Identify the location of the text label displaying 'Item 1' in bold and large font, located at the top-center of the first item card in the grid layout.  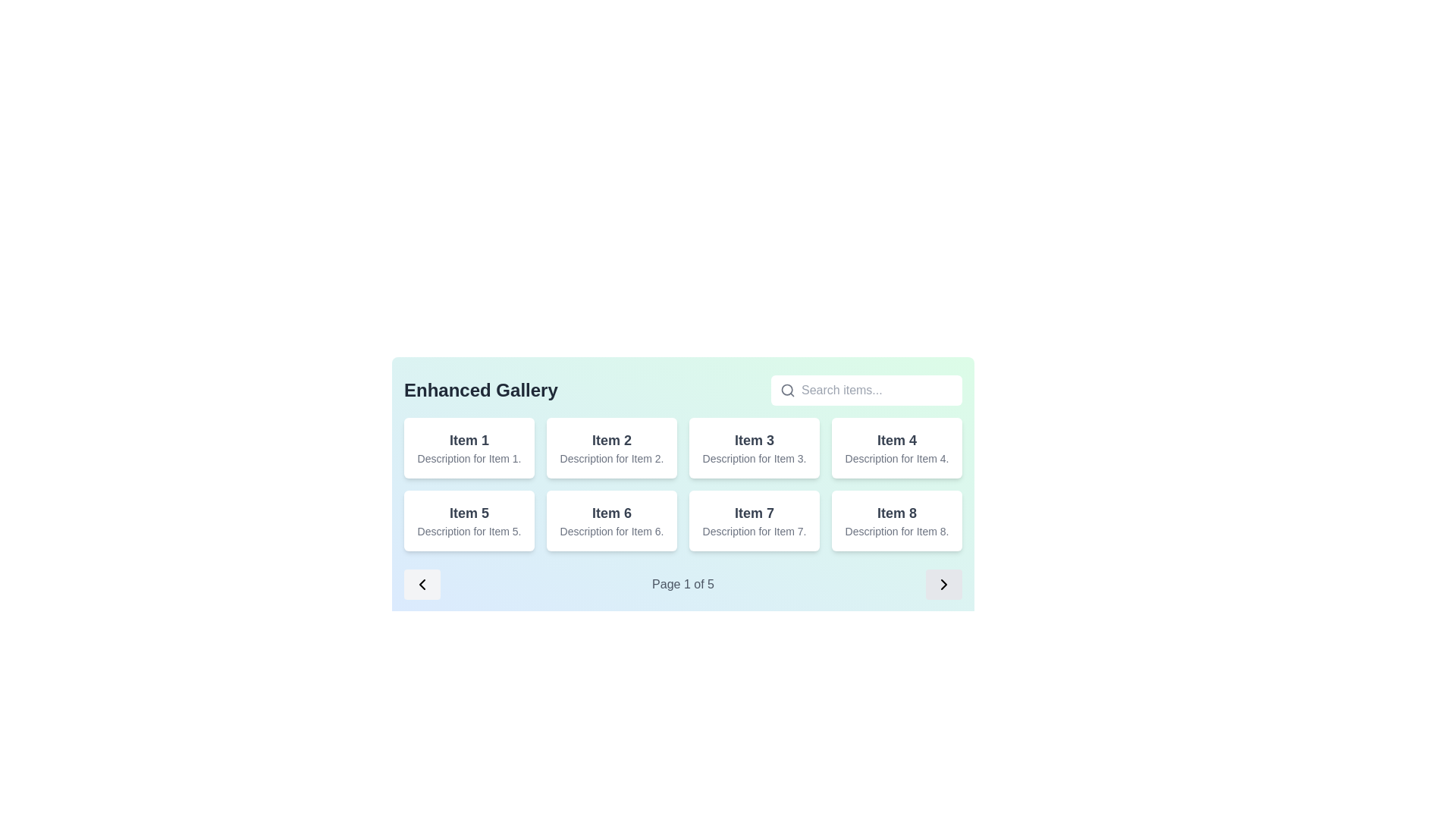
(469, 441).